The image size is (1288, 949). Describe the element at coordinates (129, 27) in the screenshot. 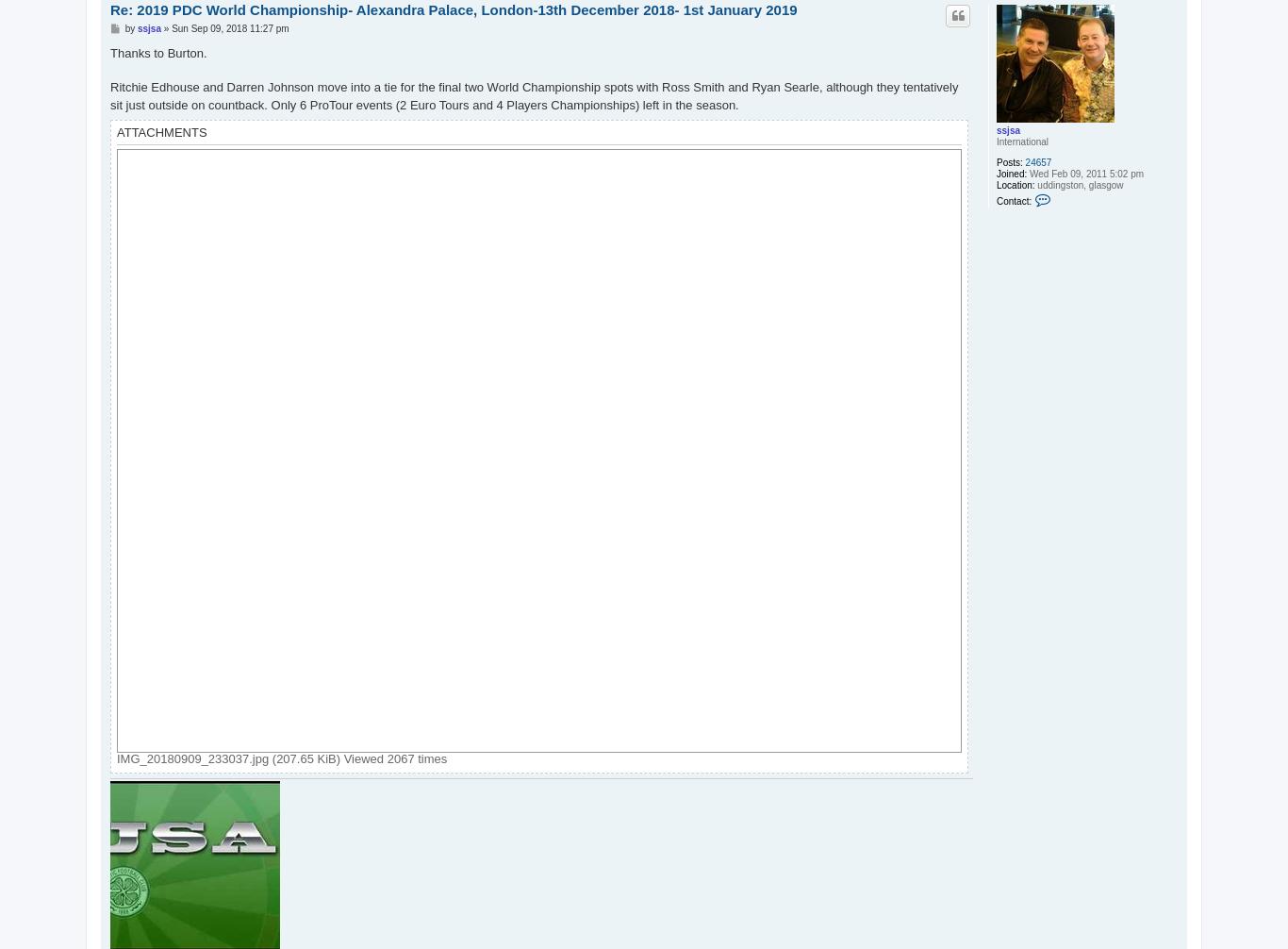

I see `'by'` at that location.